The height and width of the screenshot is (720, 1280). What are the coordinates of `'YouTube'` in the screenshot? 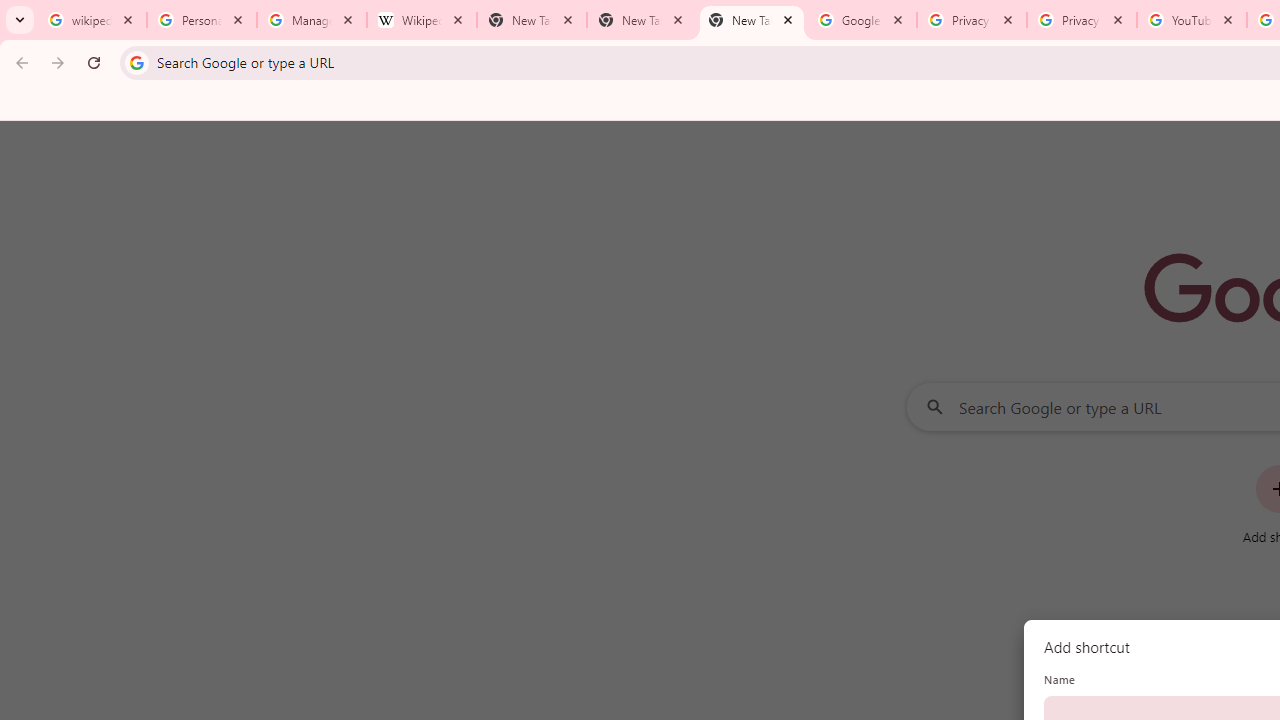 It's located at (1191, 20).